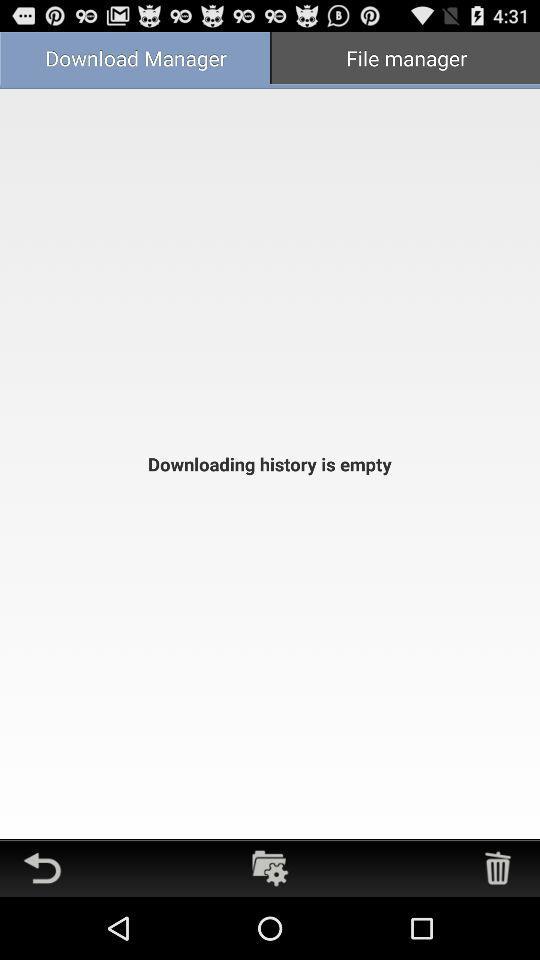 The width and height of the screenshot is (540, 960). Describe the element at coordinates (496, 929) in the screenshot. I see `the delete icon` at that location.